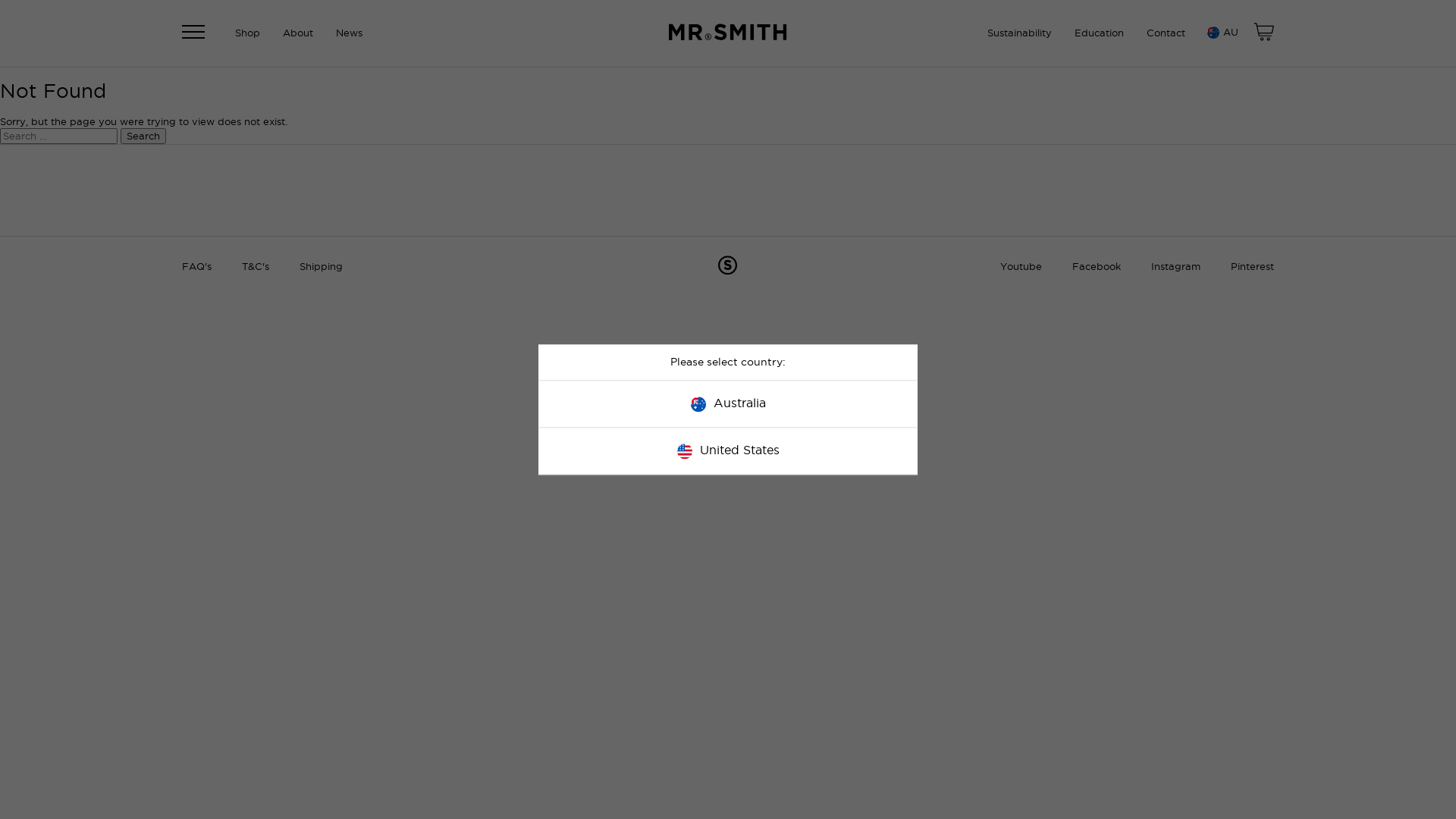  What do you see at coordinates (247, 33) in the screenshot?
I see `'Shop'` at bounding box center [247, 33].